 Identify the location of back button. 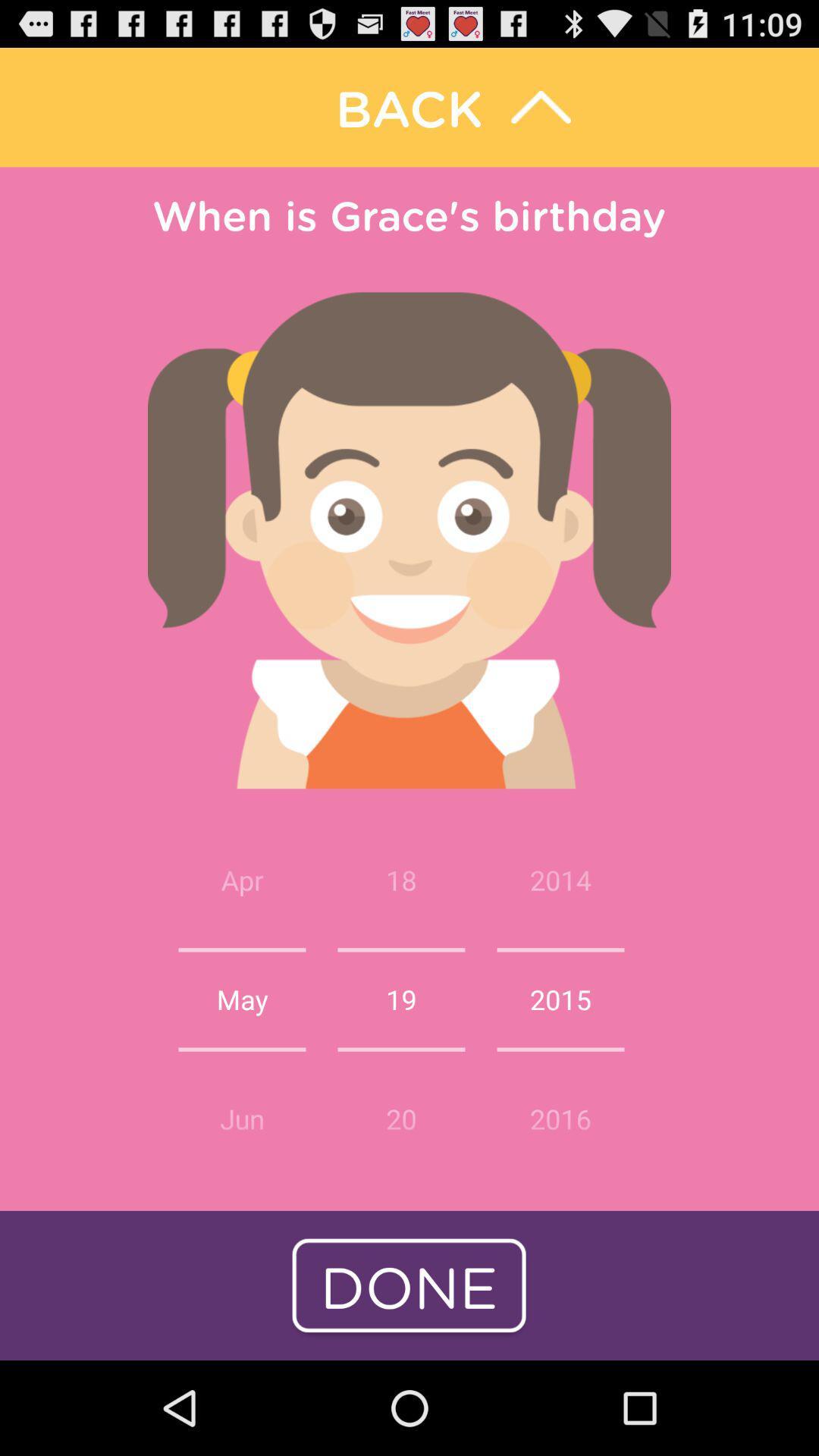
(409, 106).